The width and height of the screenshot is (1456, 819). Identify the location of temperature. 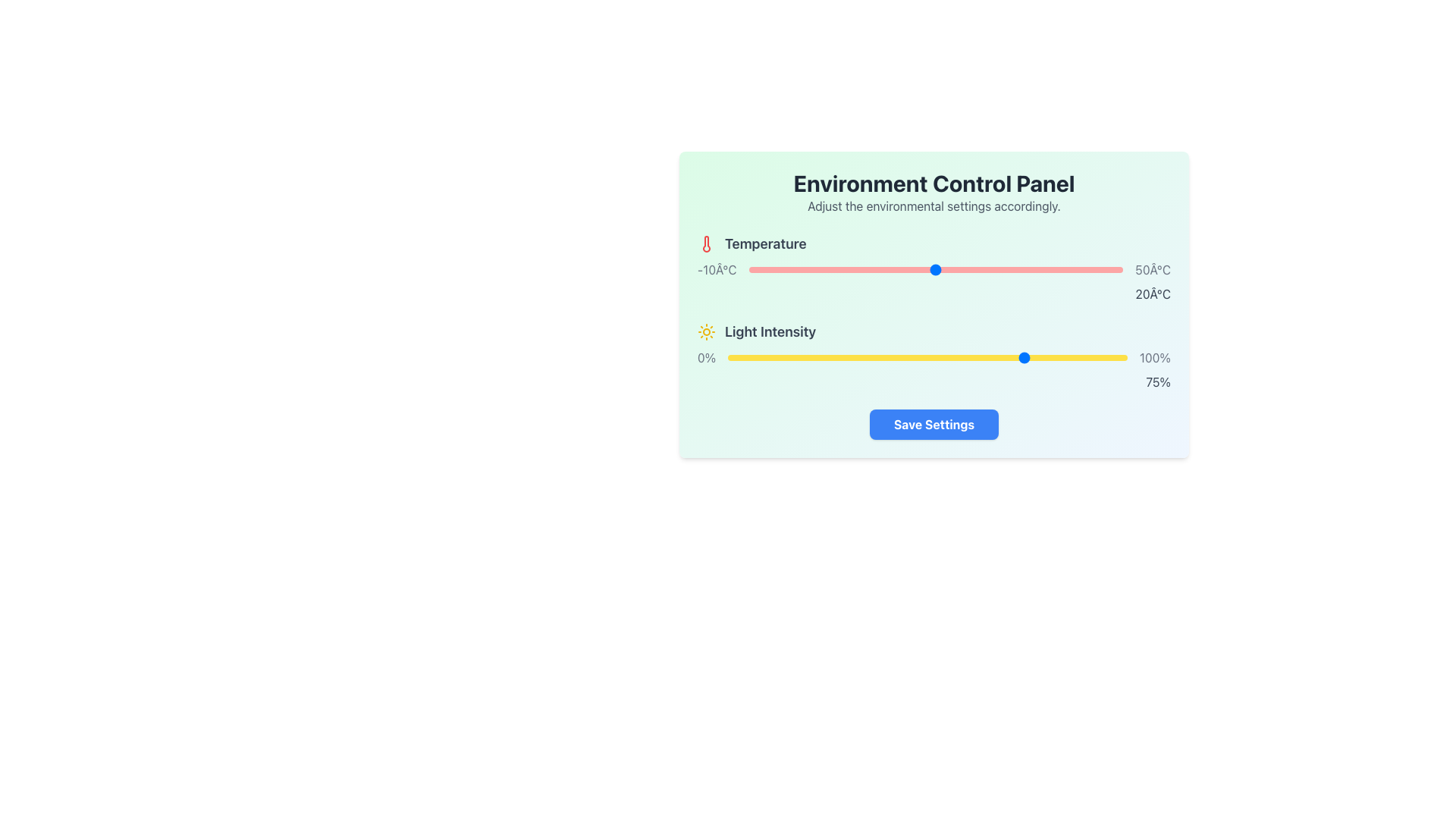
(922, 268).